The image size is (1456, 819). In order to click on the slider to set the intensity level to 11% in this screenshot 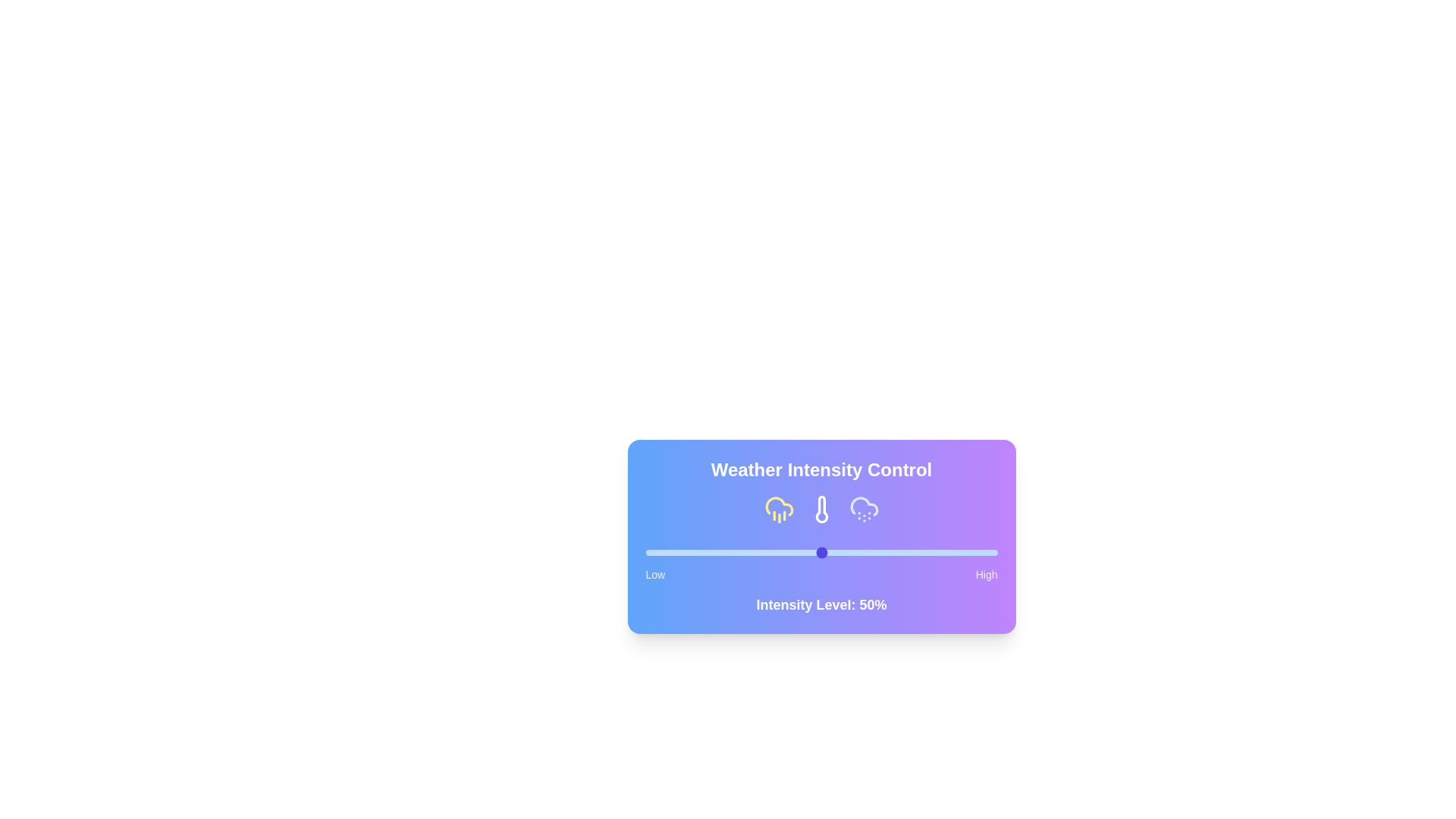, I will do `click(683, 553)`.